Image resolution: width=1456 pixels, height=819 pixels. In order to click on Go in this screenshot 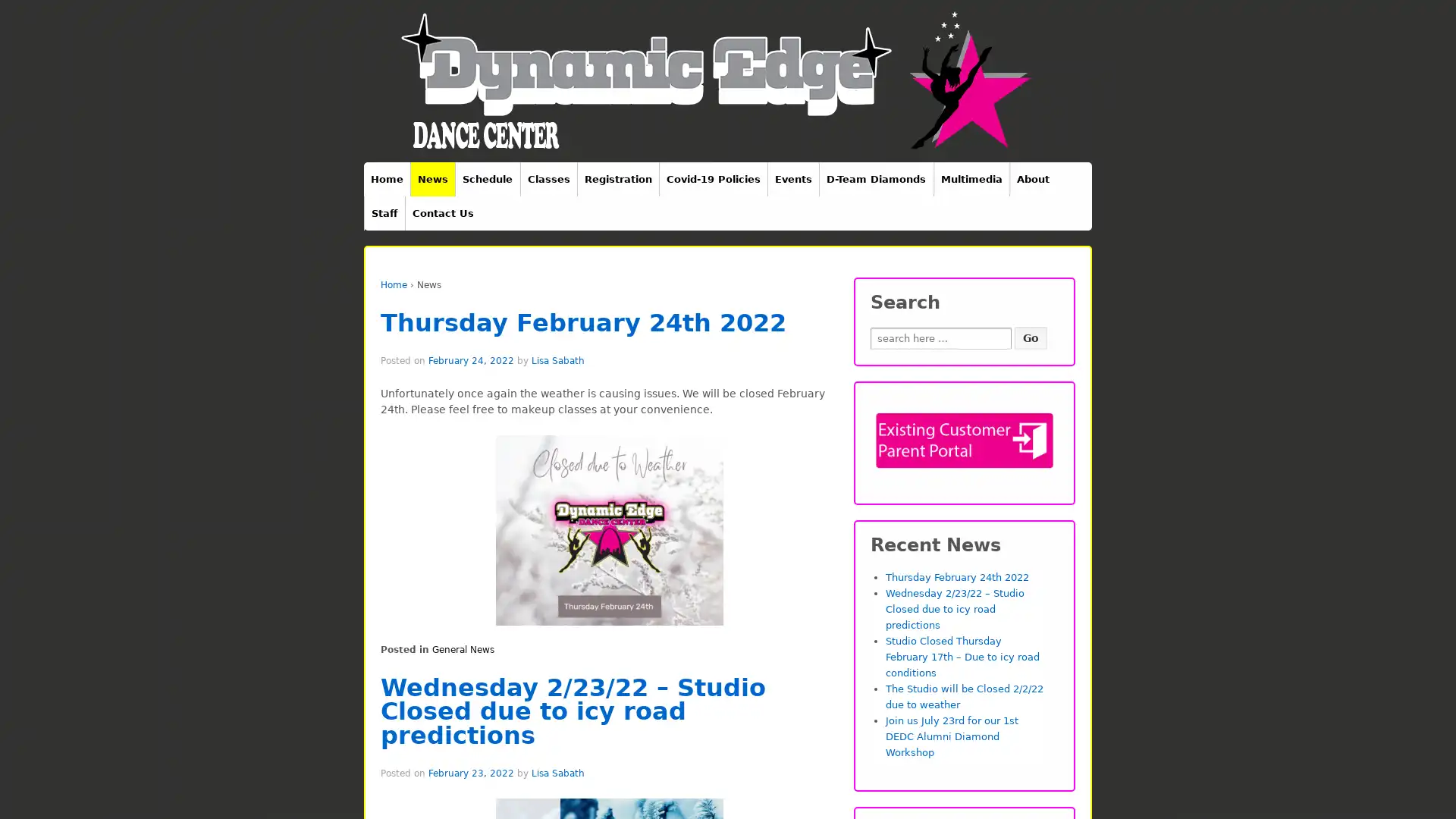, I will do `click(1030, 337)`.